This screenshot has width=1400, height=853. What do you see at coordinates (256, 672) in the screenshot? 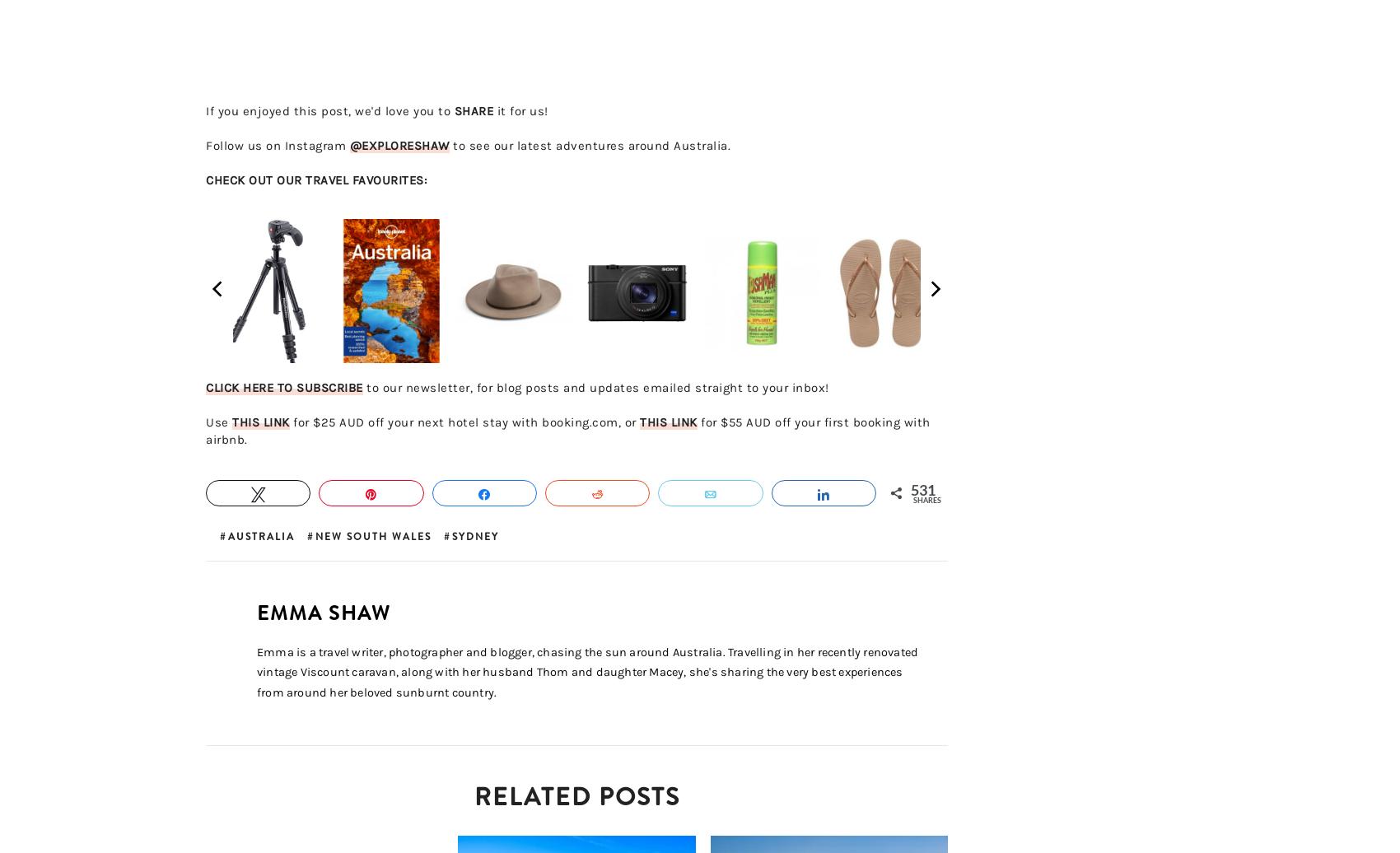
I see `'Emma is a travel writer, photographer and blogger, chasing the sun around Australia. Travelling in her recently renovated vintage Viscount caravan, along with her husband Thom and daughter Macey, she's sharing the very best experiences from around her beloved sunburnt country.'` at bounding box center [256, 672].